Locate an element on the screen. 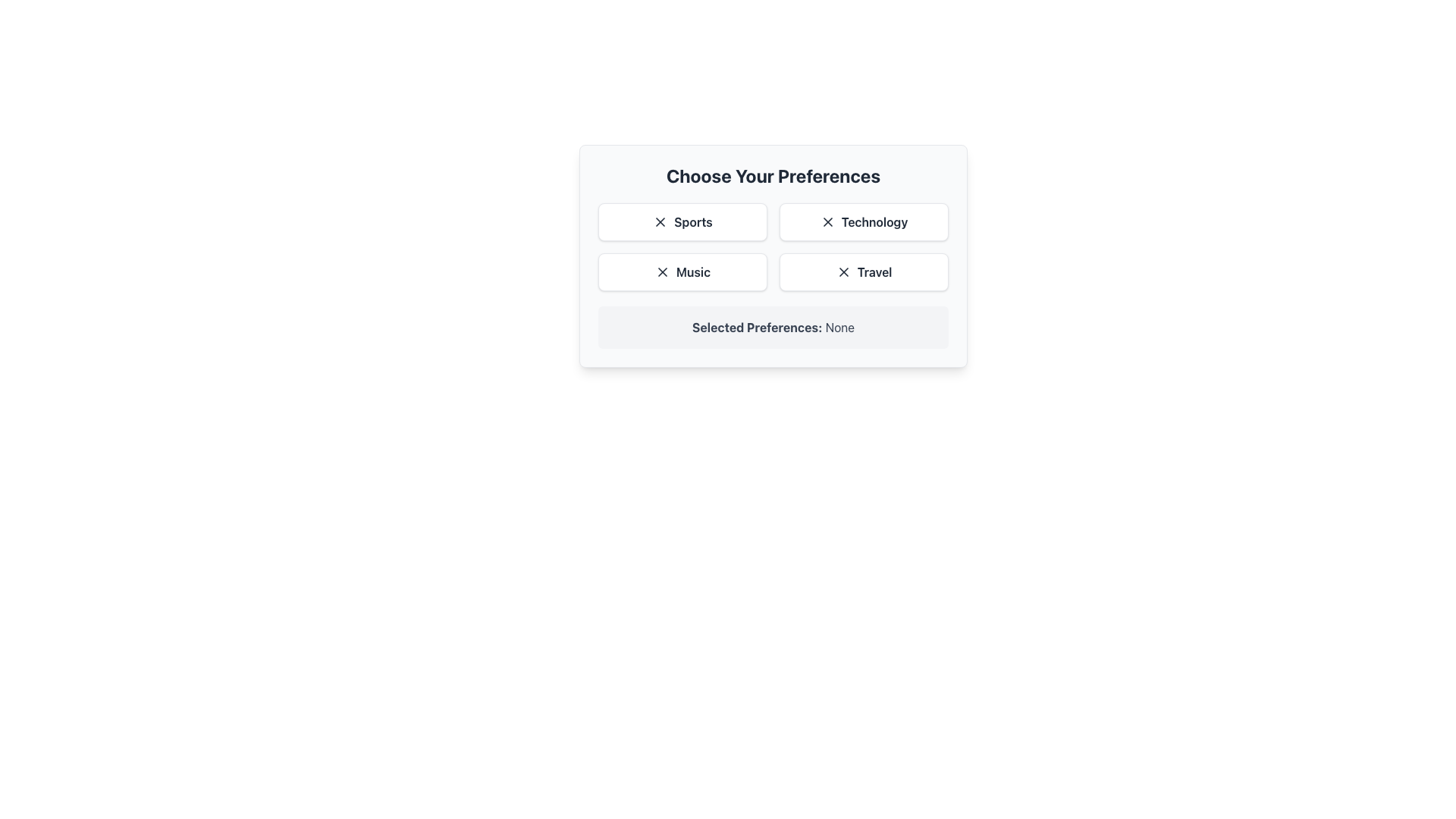 The width and height of the screenshot is (1456, 819). the 'Travel' text label within the preference selection interface located at the bottom-right of the dialog titled 'Choose Your Preferences' is located at coordinates (874, 271).